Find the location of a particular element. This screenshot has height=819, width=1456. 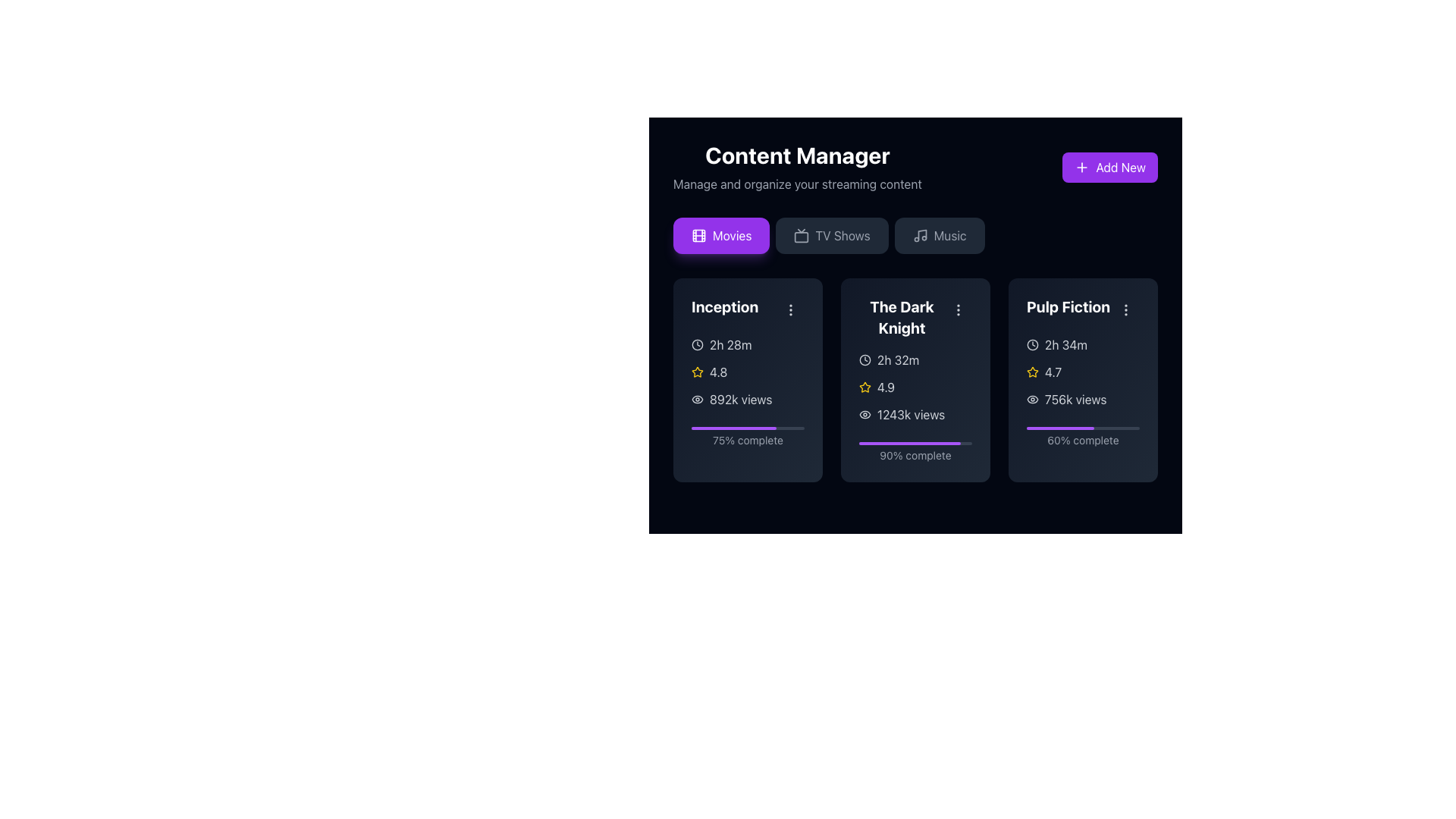

the circular clock icon representing the main clock face in 'The Dark Knight' movie card is located at coordinates (865, 359).